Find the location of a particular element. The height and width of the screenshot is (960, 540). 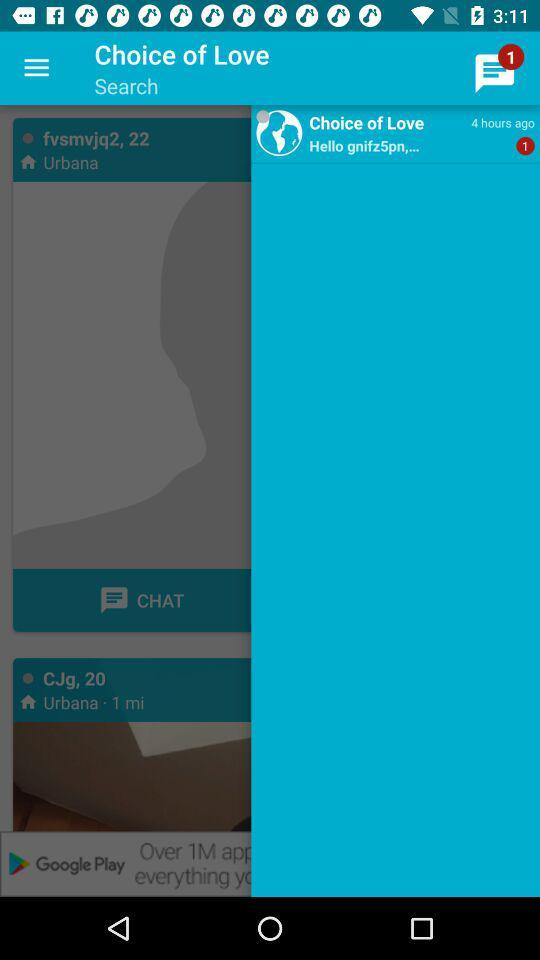

icon which is at the top right of the page is located at coordinates (494, 74).